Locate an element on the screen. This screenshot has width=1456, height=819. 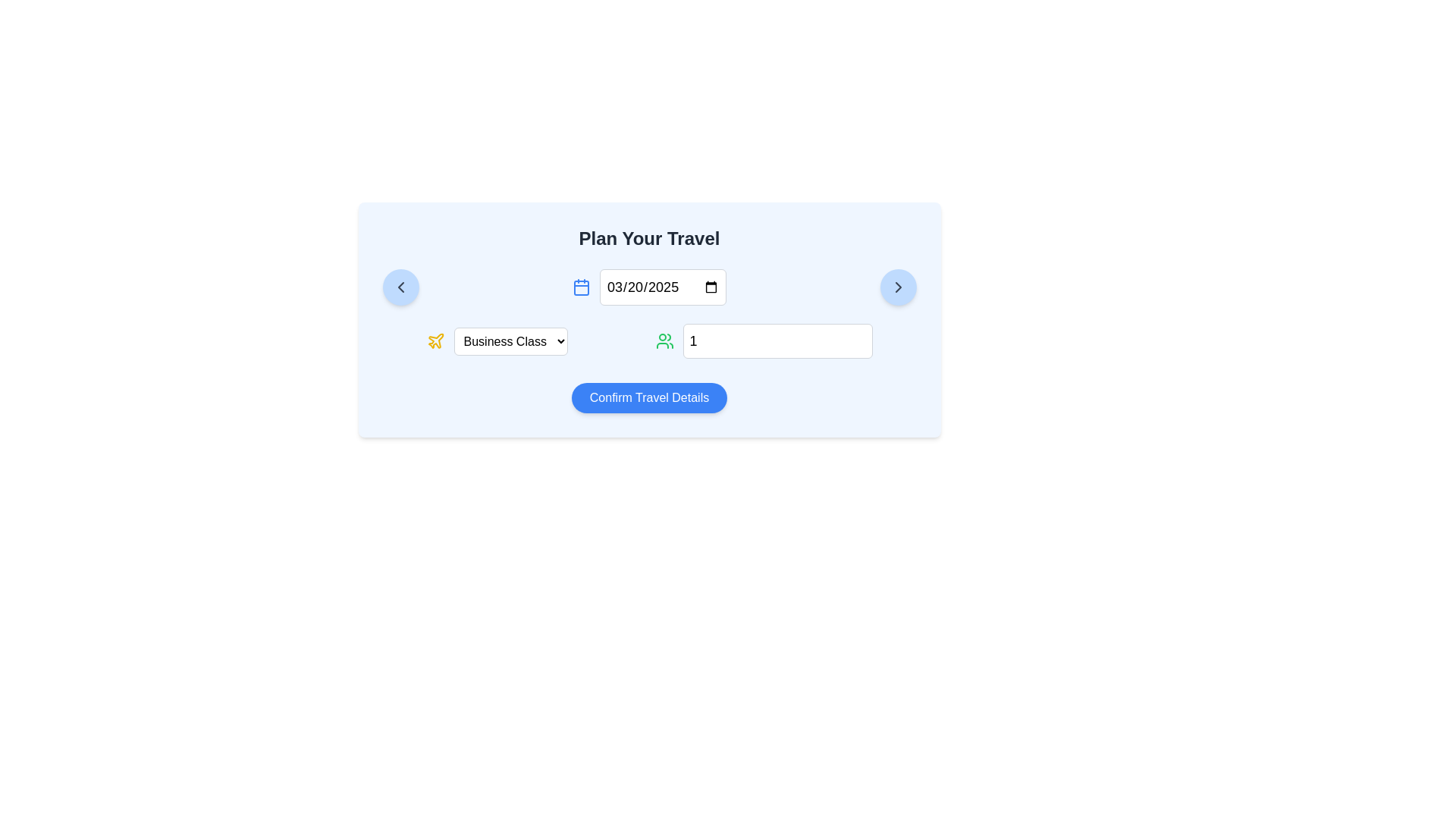
the icon depicting two user figures with green outlines, located to the left of the numeric input field is located at coordinates (664, 341).